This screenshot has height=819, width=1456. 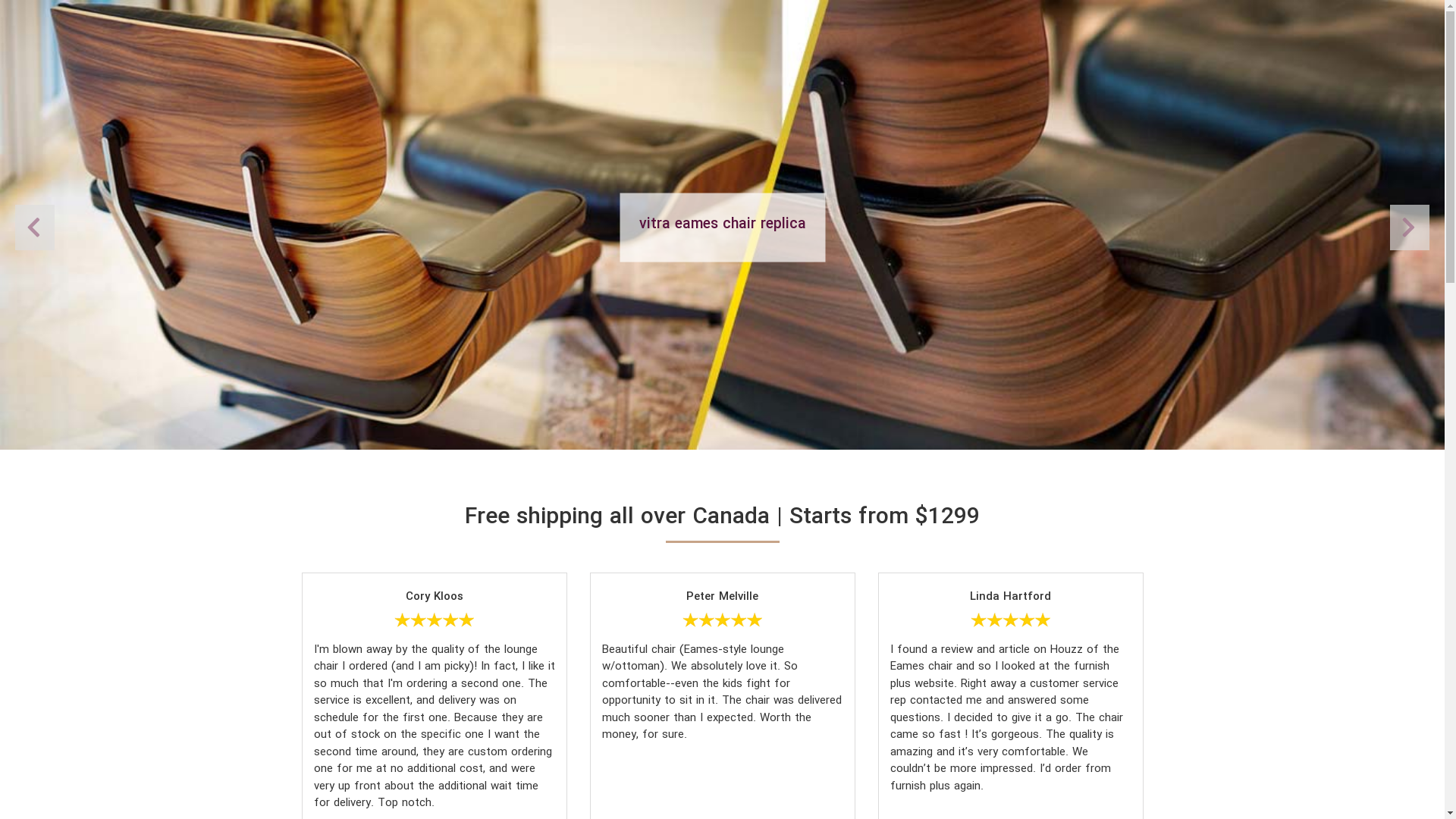 I want to click on 'Previous', so click(x=1408, y=227).